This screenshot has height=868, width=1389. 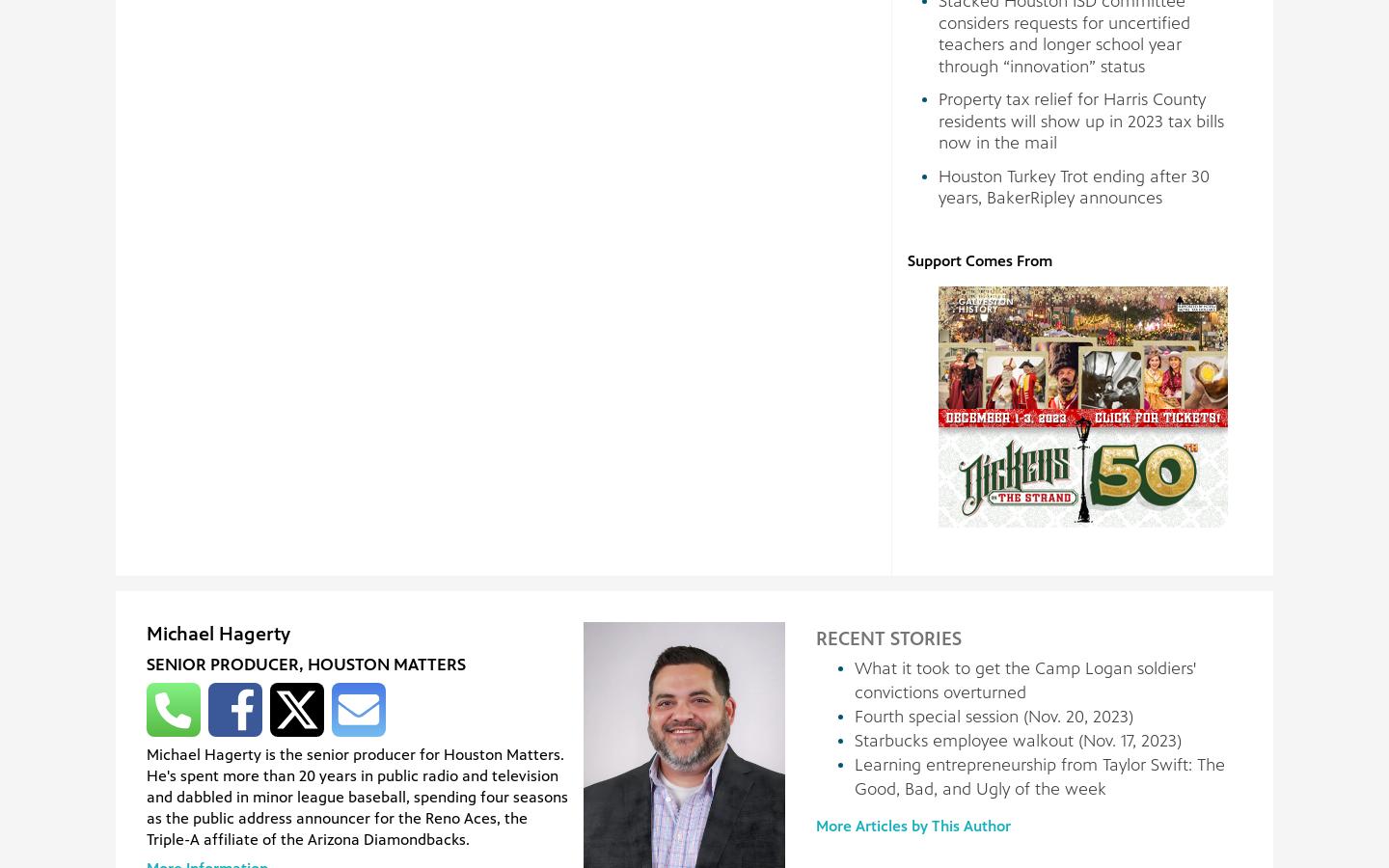 I want to click on 'Recent Stories', so click(x=888, y=637).